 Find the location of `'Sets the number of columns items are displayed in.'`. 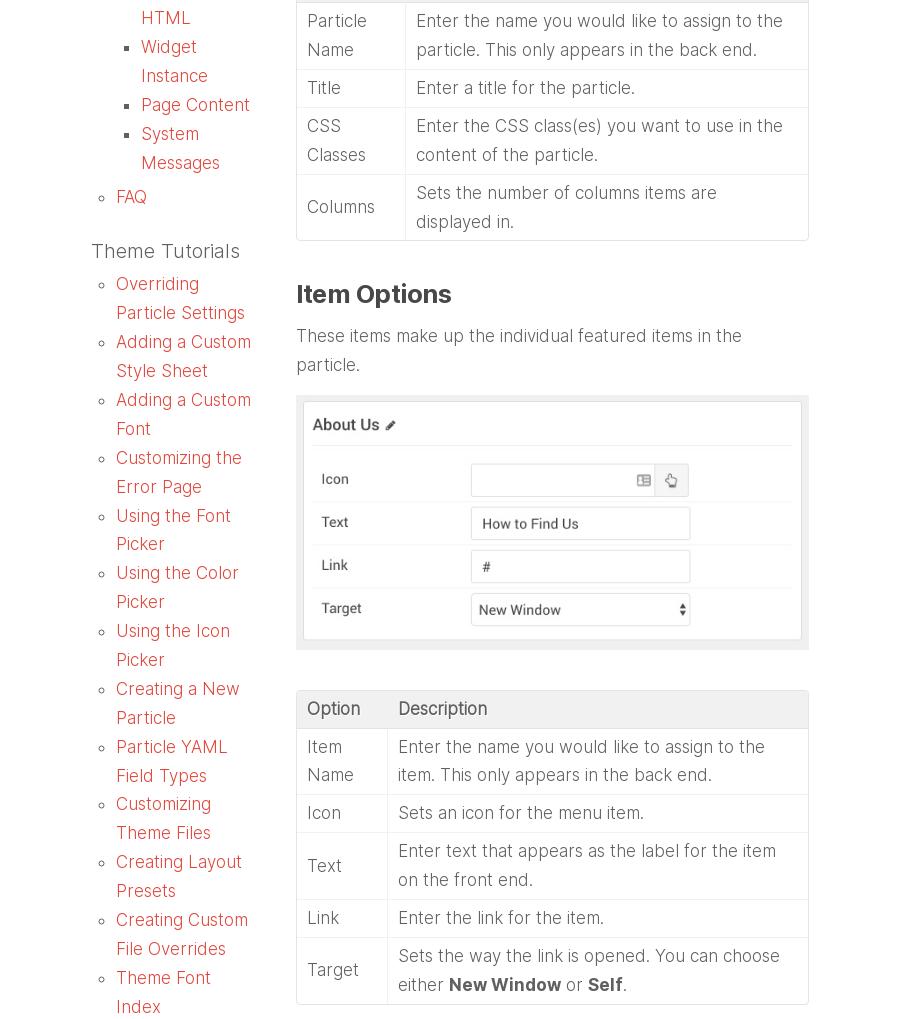

'Sets the number of columns items are displayed in.' is located at coordinates (415, 205).